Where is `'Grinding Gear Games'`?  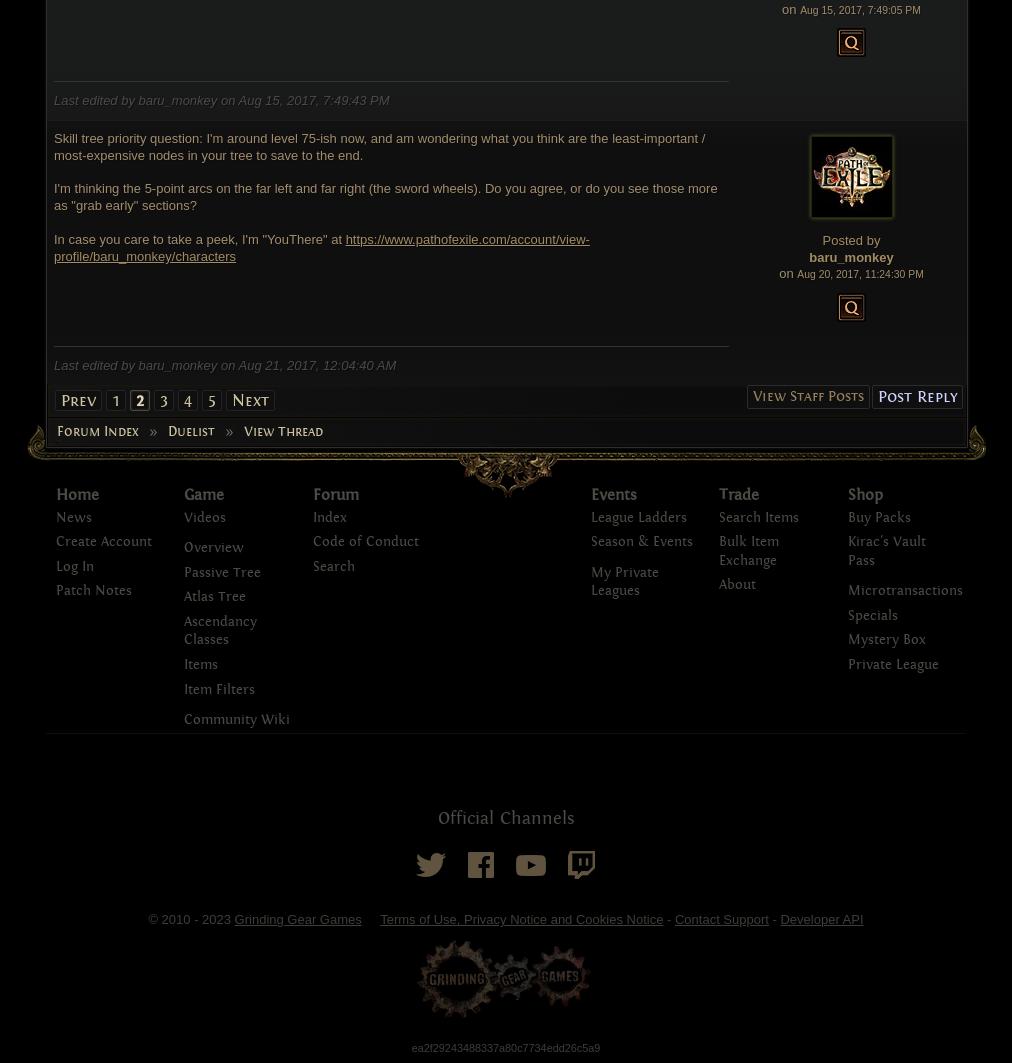 'Grinding Gear Games' is located at coordinates (296, 918).